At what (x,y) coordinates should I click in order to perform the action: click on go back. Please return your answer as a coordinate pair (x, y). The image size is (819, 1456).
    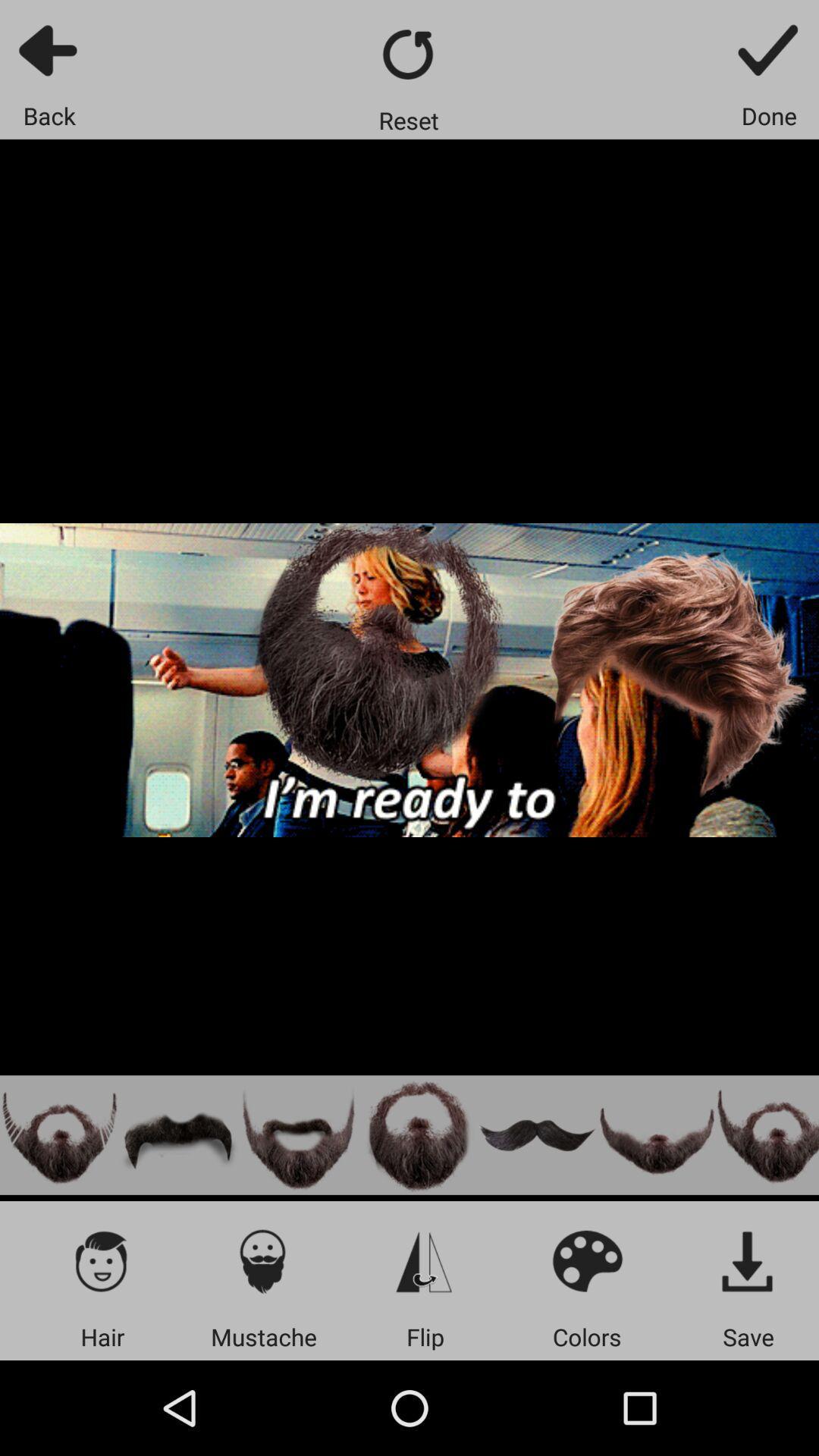
    Looking at the image, I should click on (408, 54).